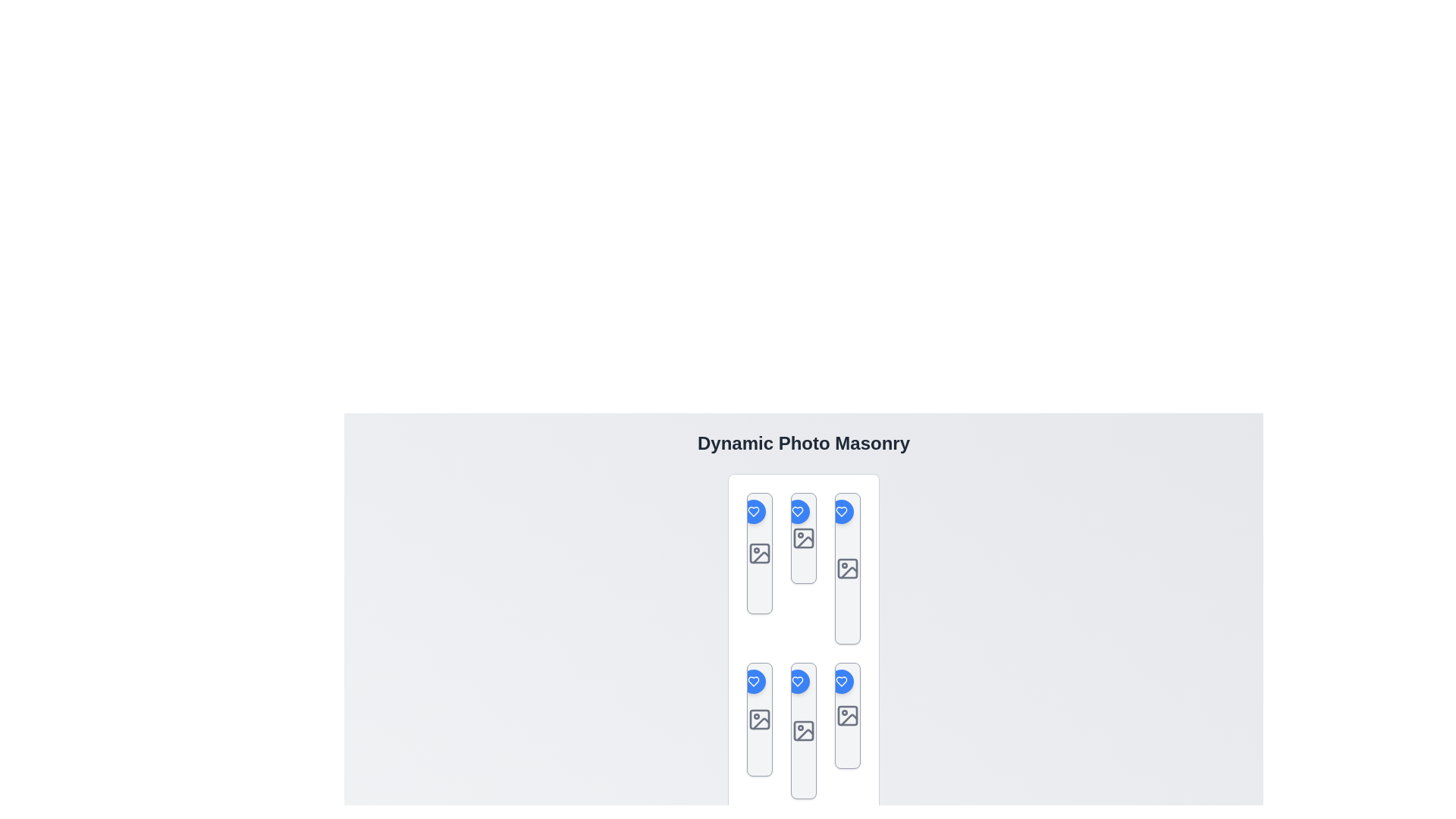 This screenshot has width=1456, height=819. What do you see at coordinates (847, 568) in the screenshot?
I see `the icon representing an image placeholder, which appears as a landscape outline with a circular point, located in the center of the second row of the third column in a vertically-arranged grid` at bounding box center [847, 568].